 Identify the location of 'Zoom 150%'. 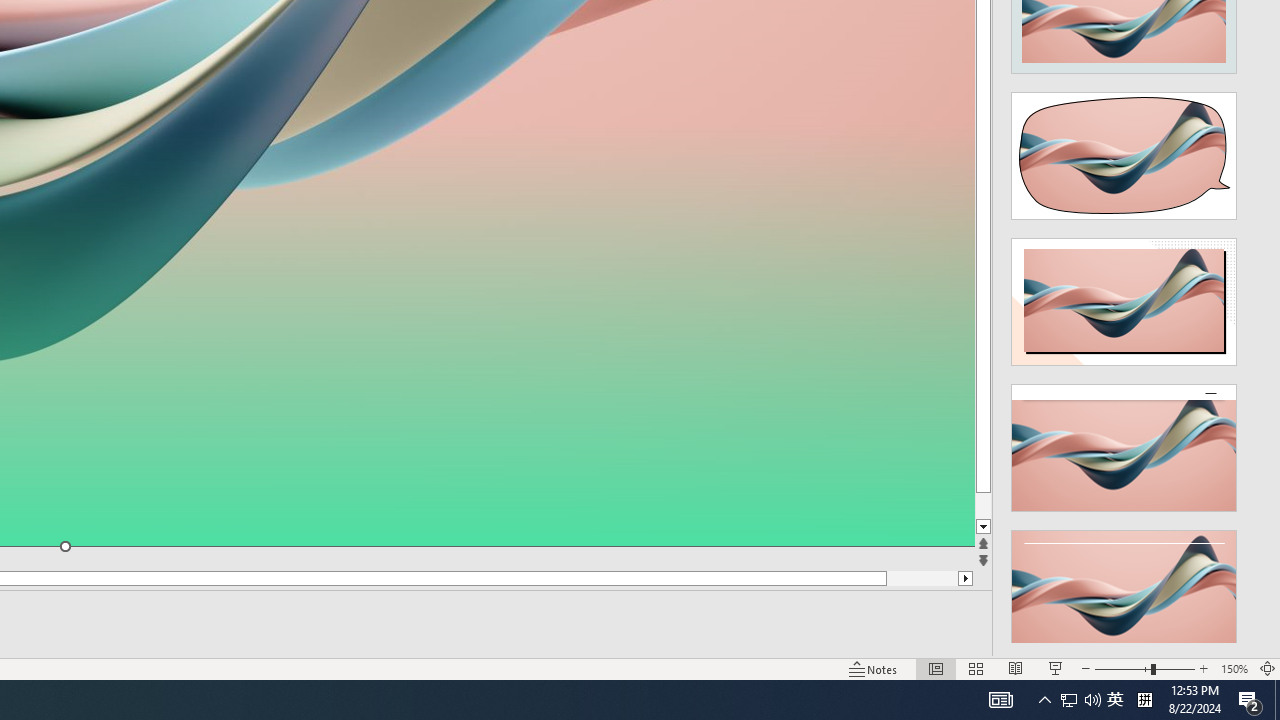
(1233, 669).